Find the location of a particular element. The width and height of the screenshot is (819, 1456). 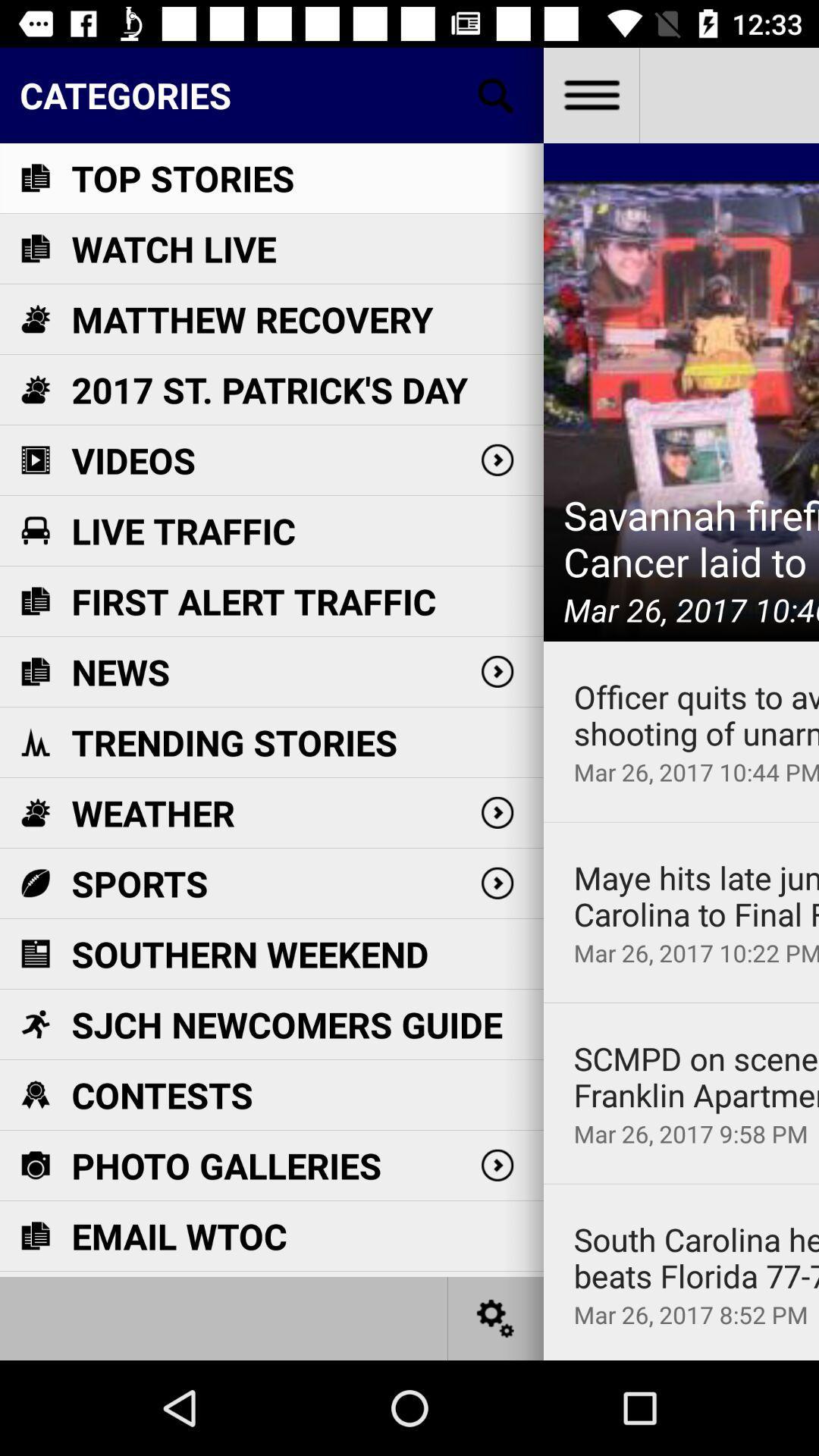

the settings icon is located at coordinates (496, 1317).